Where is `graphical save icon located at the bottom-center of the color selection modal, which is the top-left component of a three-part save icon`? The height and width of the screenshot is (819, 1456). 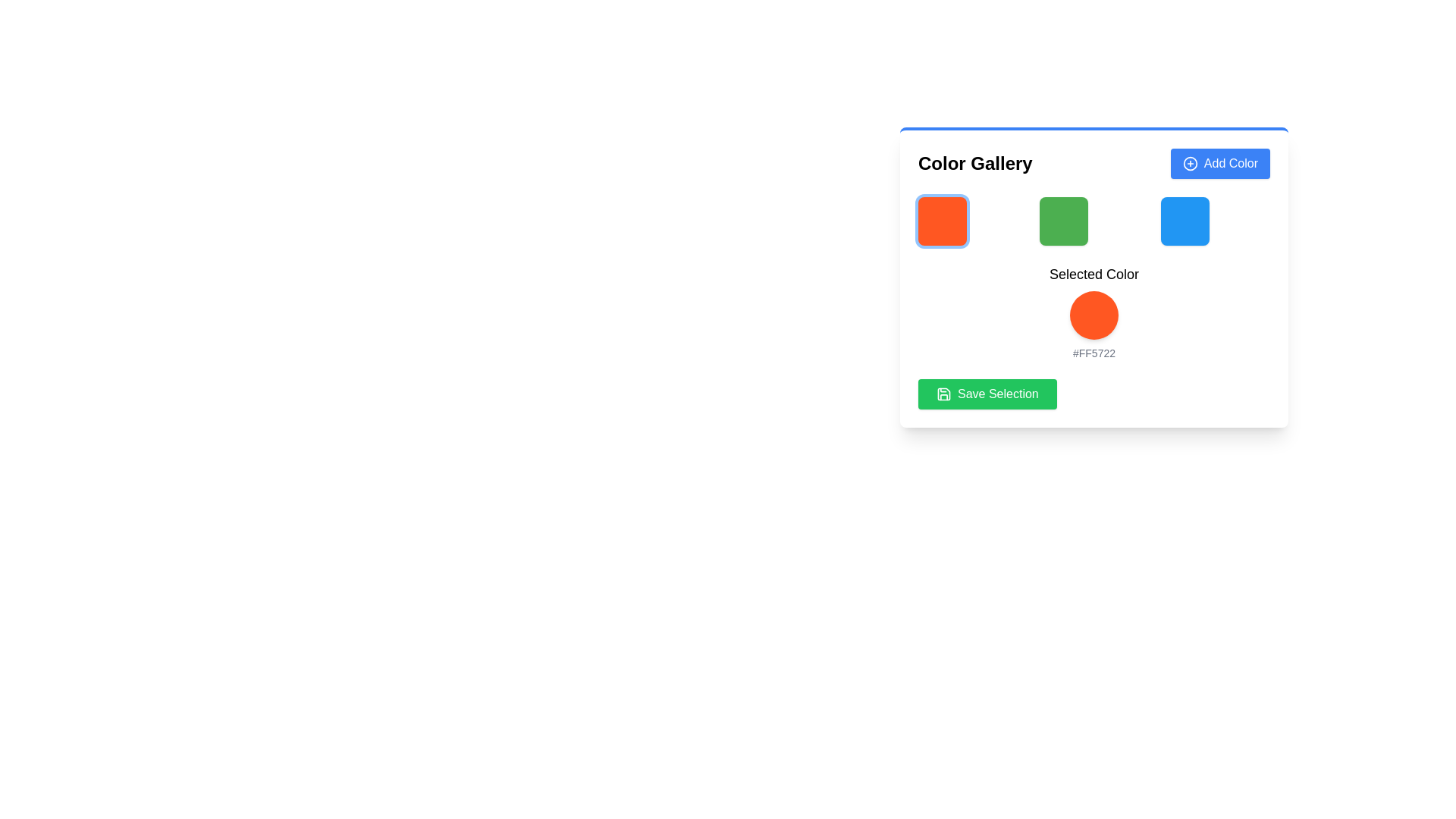
graphical save icon located at the bottom-center of the color selection modal, which is the top-left component of a three-part save icon is located at coordinates (943, 394).